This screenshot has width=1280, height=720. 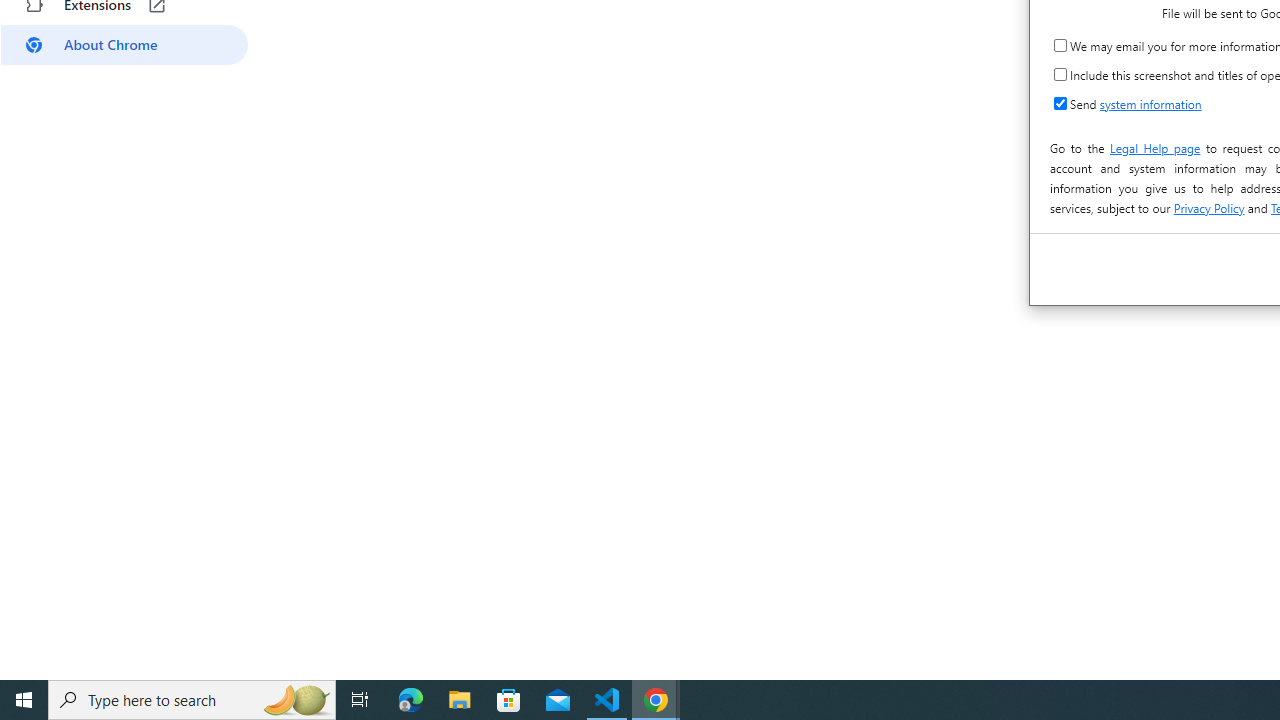 I want to click on 'Task View', so click(x=359, y=698).